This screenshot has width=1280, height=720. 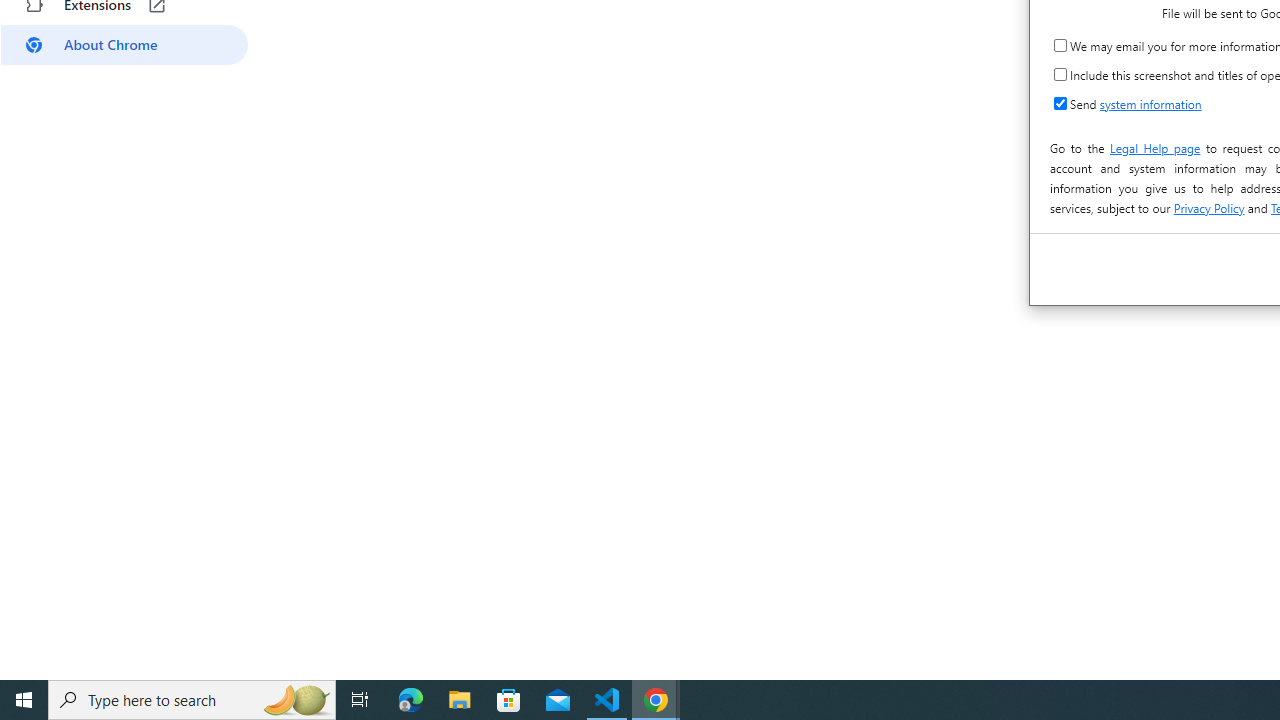 I want to click on 'Task View', so click(x=359, y=698).